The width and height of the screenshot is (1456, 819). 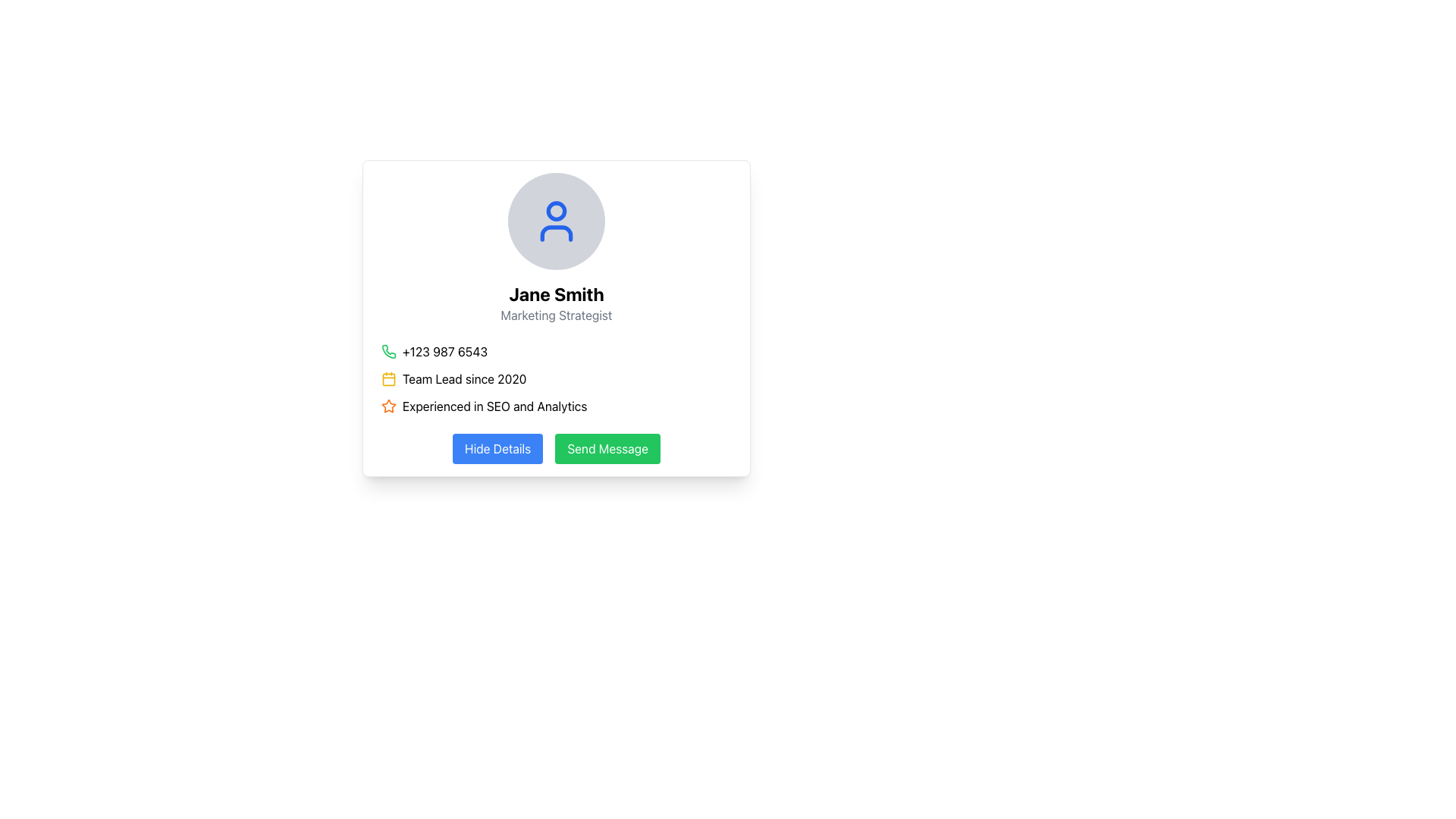 What do you see at coordinates (444, 351) in the screenshot?
I see `the text label displaying the phone number '+123 987 6543' which is located adjacent to a green phone icon in the user profile card` at bounding box center [444, 351].